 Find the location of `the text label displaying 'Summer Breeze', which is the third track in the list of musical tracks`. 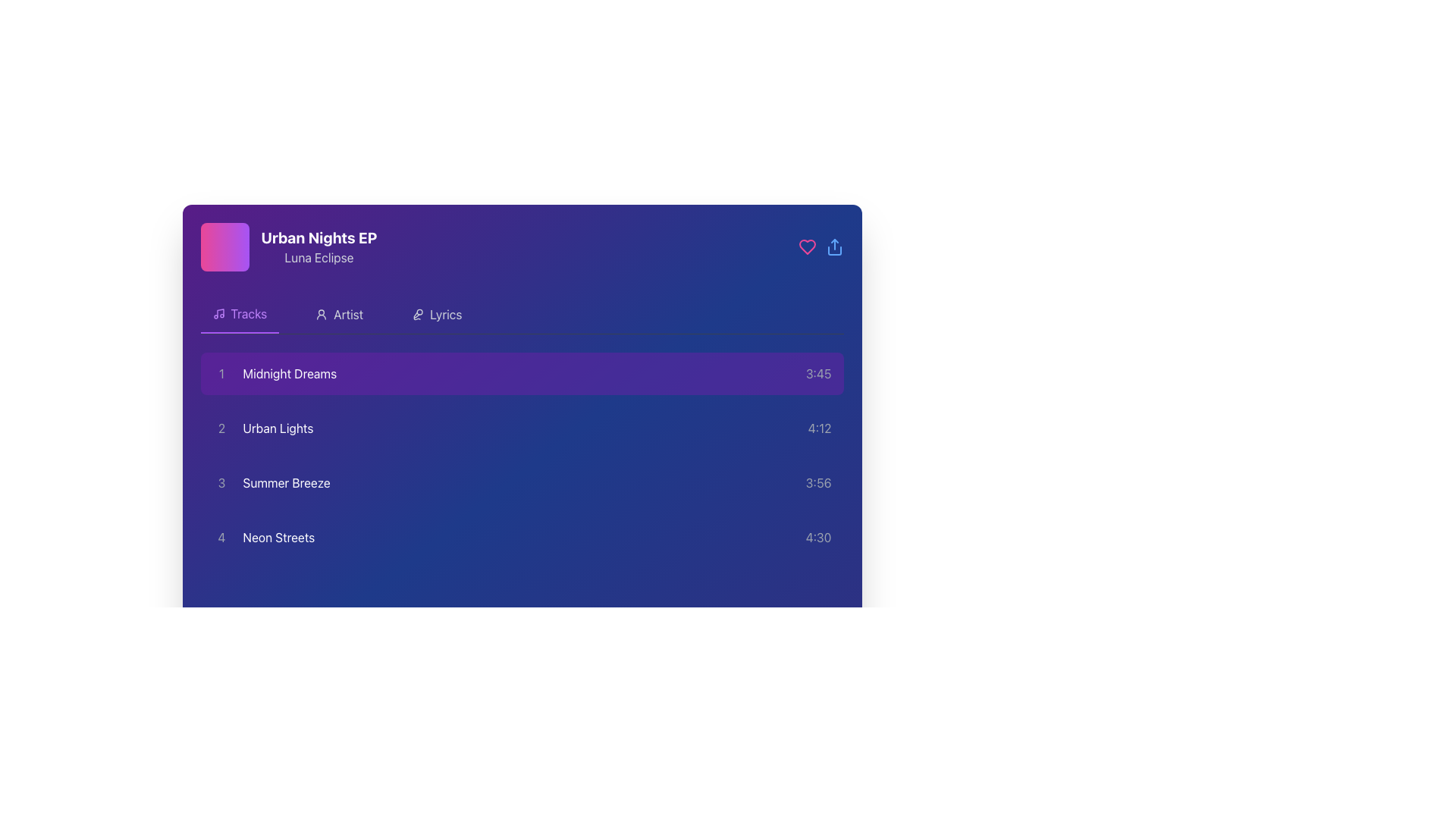

the text label displaying 'Summer Breeze', which is the third track in the list of musical tracks is located at coordinates (287, 482).